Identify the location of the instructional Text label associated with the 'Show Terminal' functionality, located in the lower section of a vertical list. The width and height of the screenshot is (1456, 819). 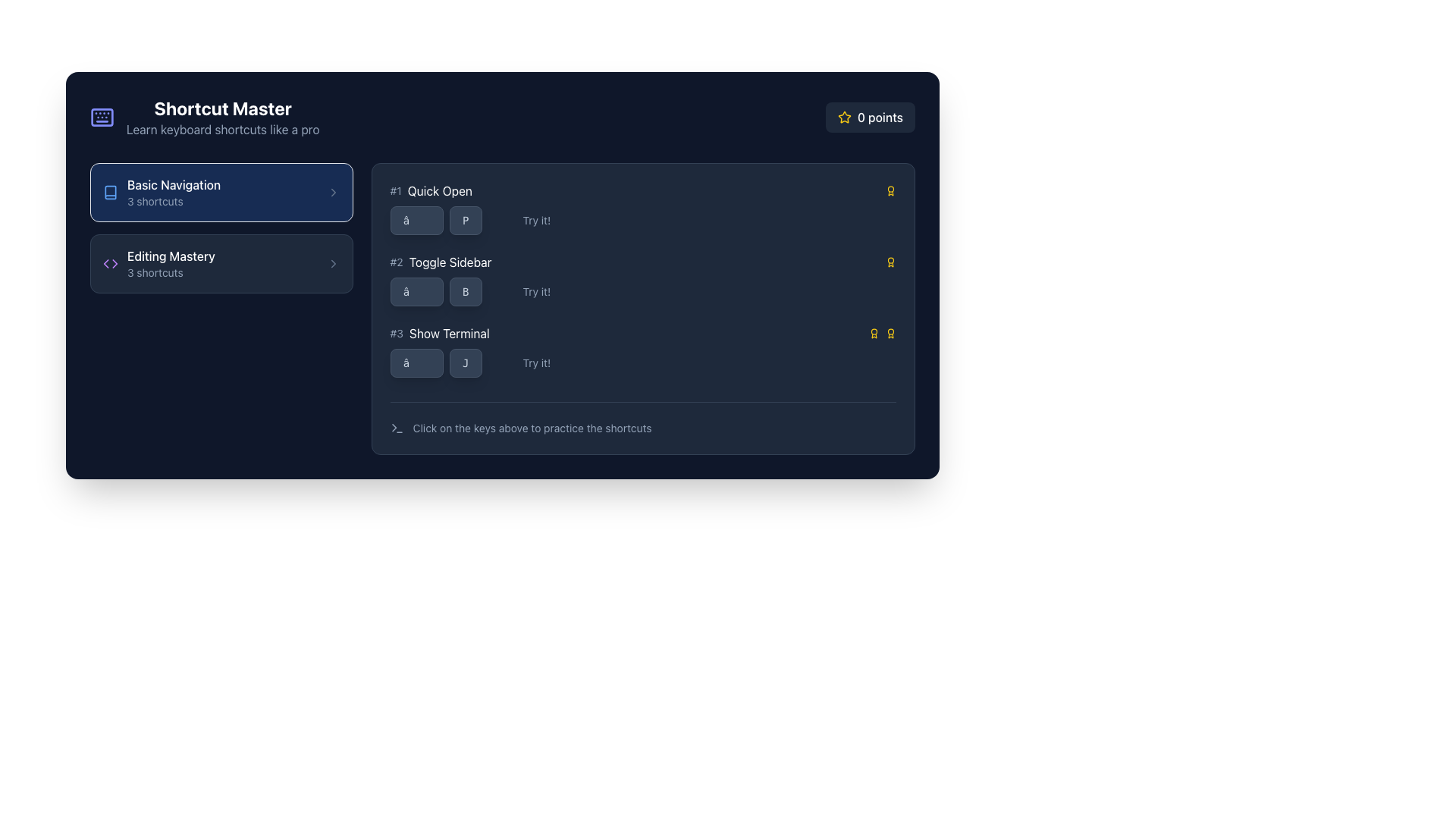
(536, 362).